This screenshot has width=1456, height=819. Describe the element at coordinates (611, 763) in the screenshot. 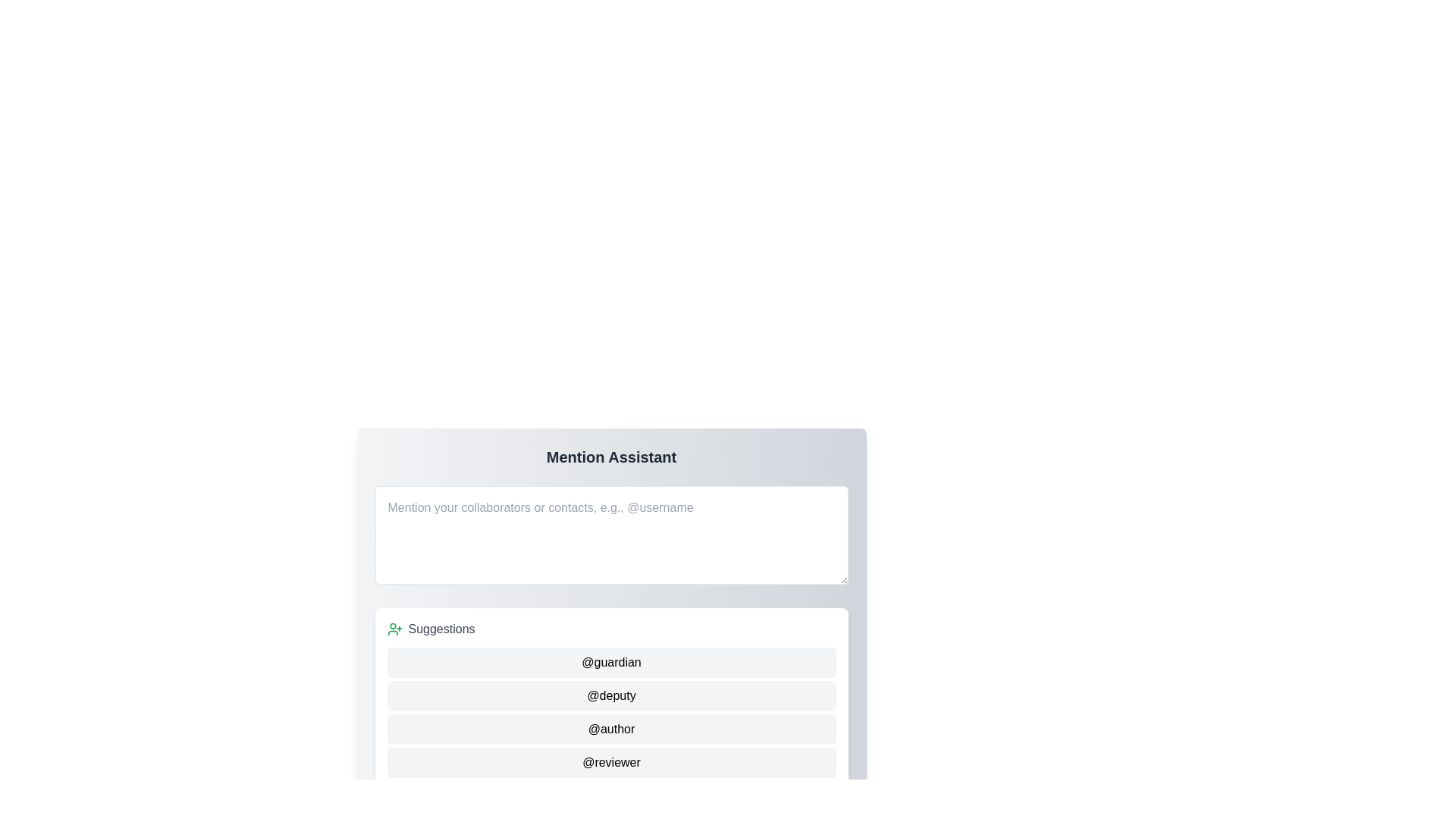

I see `on the '@reviewer' interactive label located as the last item in the Suggestions list` at that location.